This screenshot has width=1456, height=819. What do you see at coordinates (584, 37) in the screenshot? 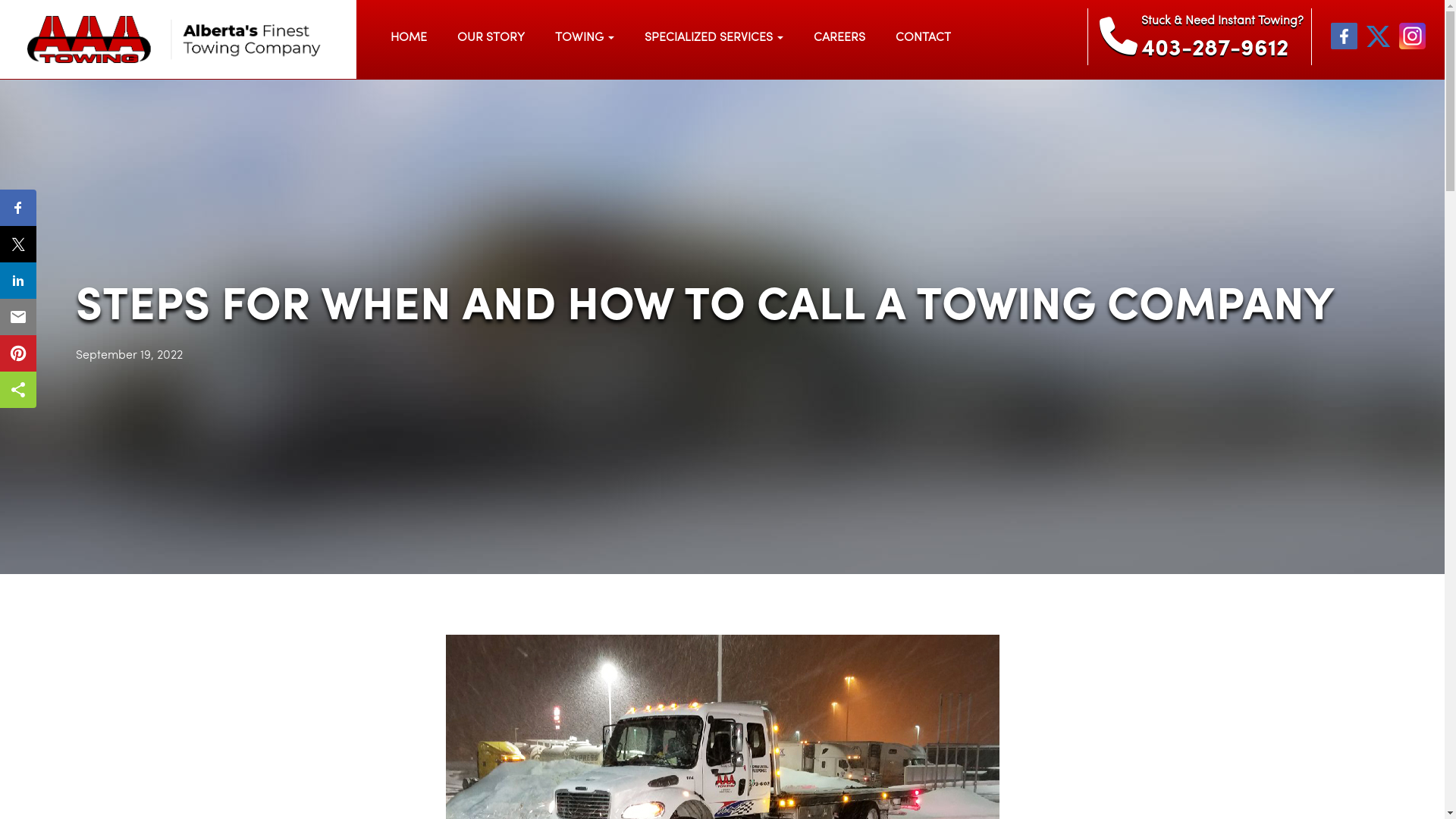
I see `'TOWING'` at bounding box center [584, 37].